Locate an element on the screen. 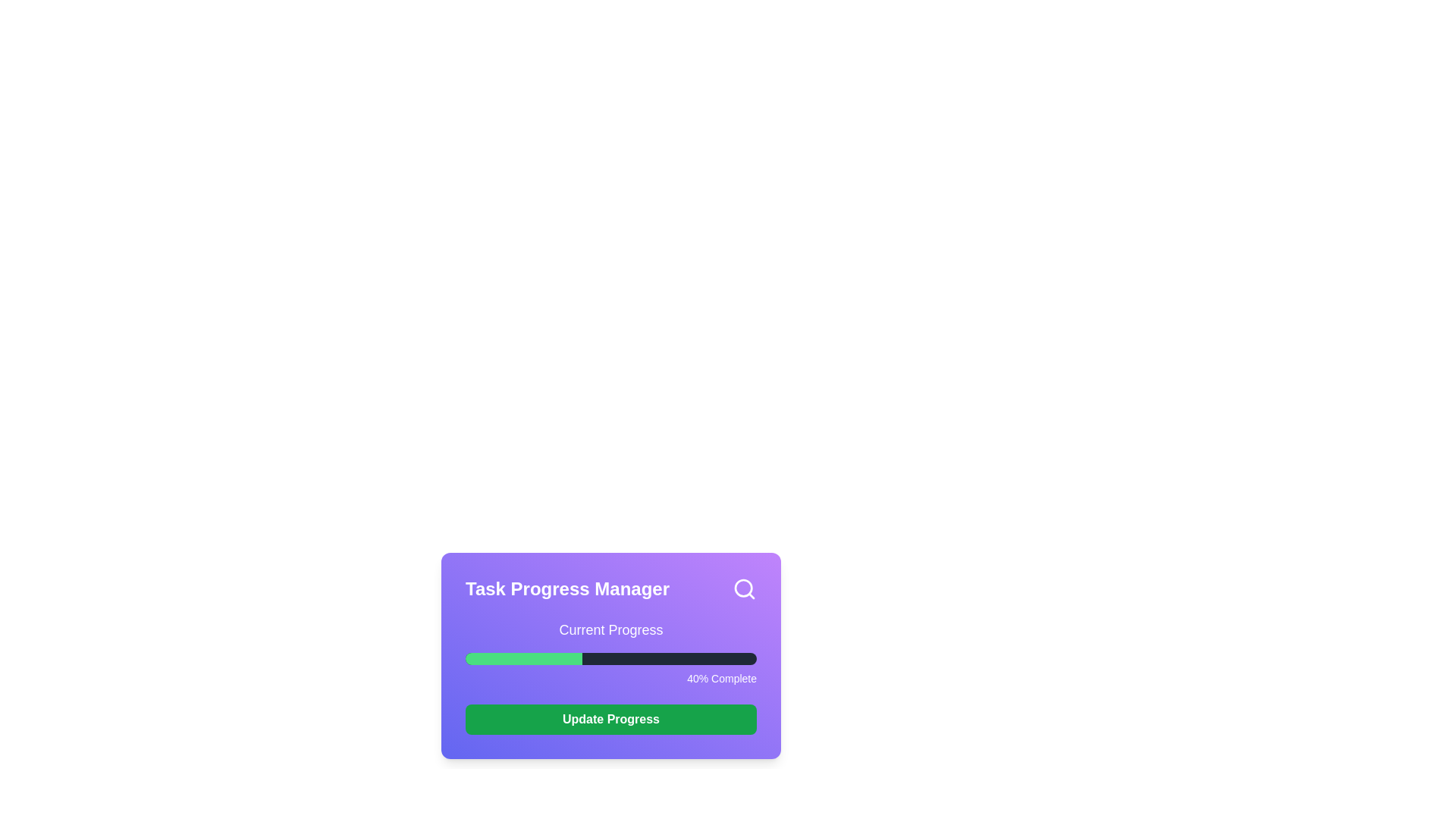 This screenshot has height=819, width=1456. the circular graphic element of the magnifying glass icon located at the top-right corner of the 'Task Progress Manager' card for accessibility purposes is located at coordinates (743, 587).